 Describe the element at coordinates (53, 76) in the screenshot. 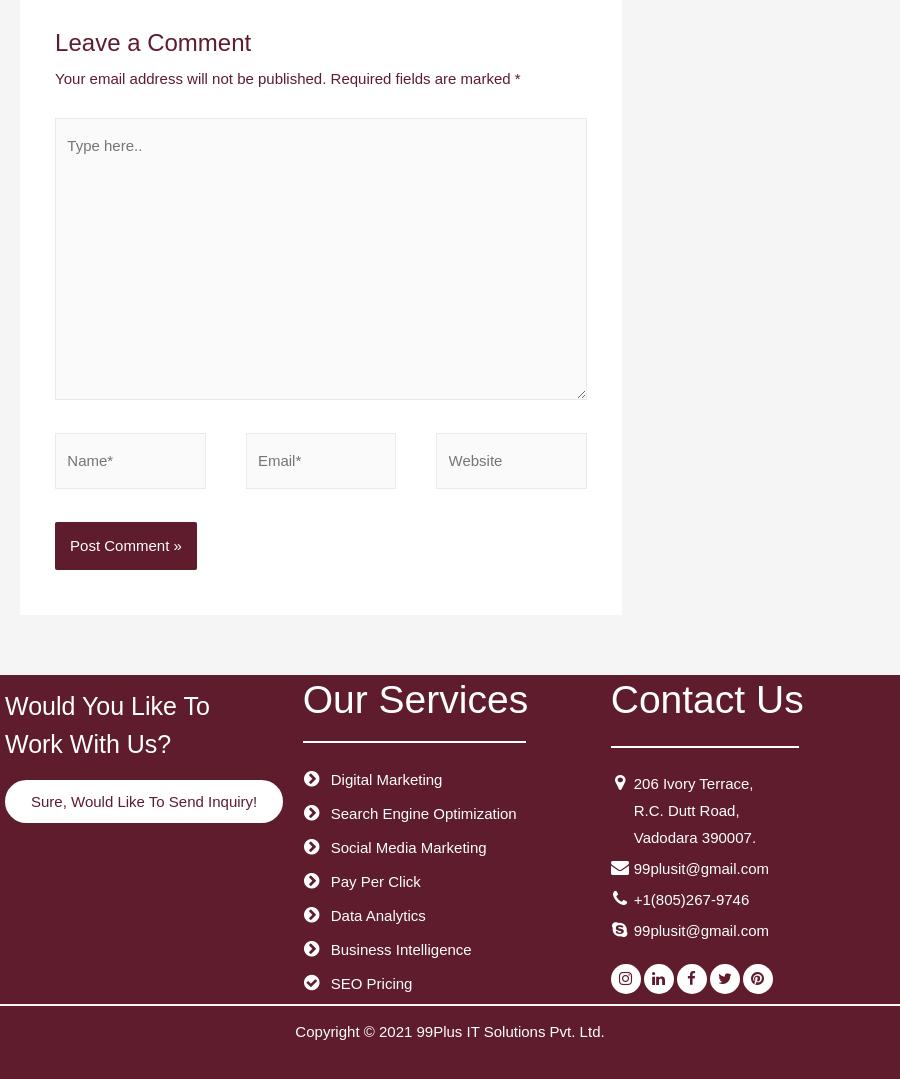

I see `'Your email address will not be published.'` at that location.